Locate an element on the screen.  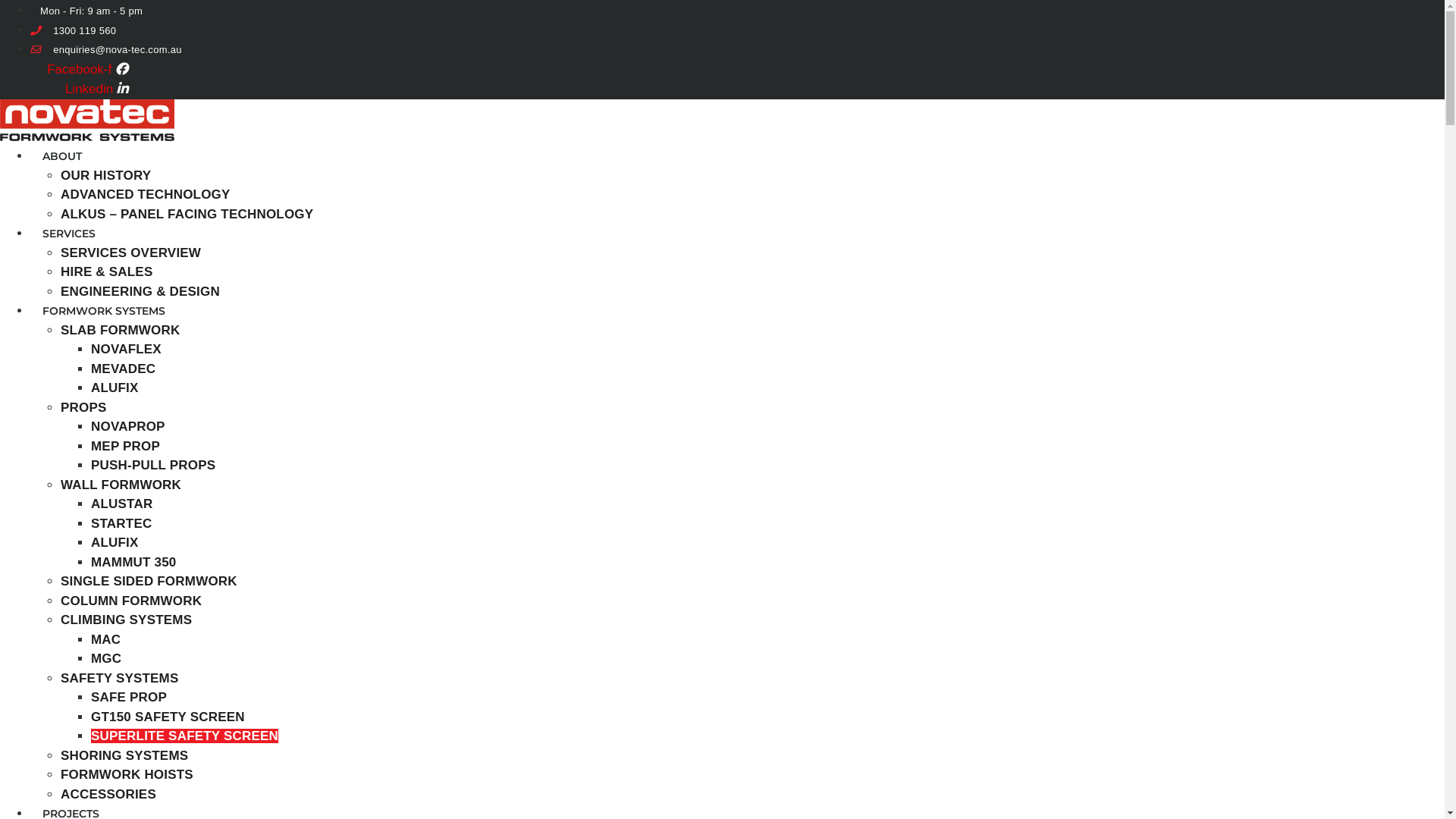
'OUR HISTORY' is located at coordinates (61, 174).